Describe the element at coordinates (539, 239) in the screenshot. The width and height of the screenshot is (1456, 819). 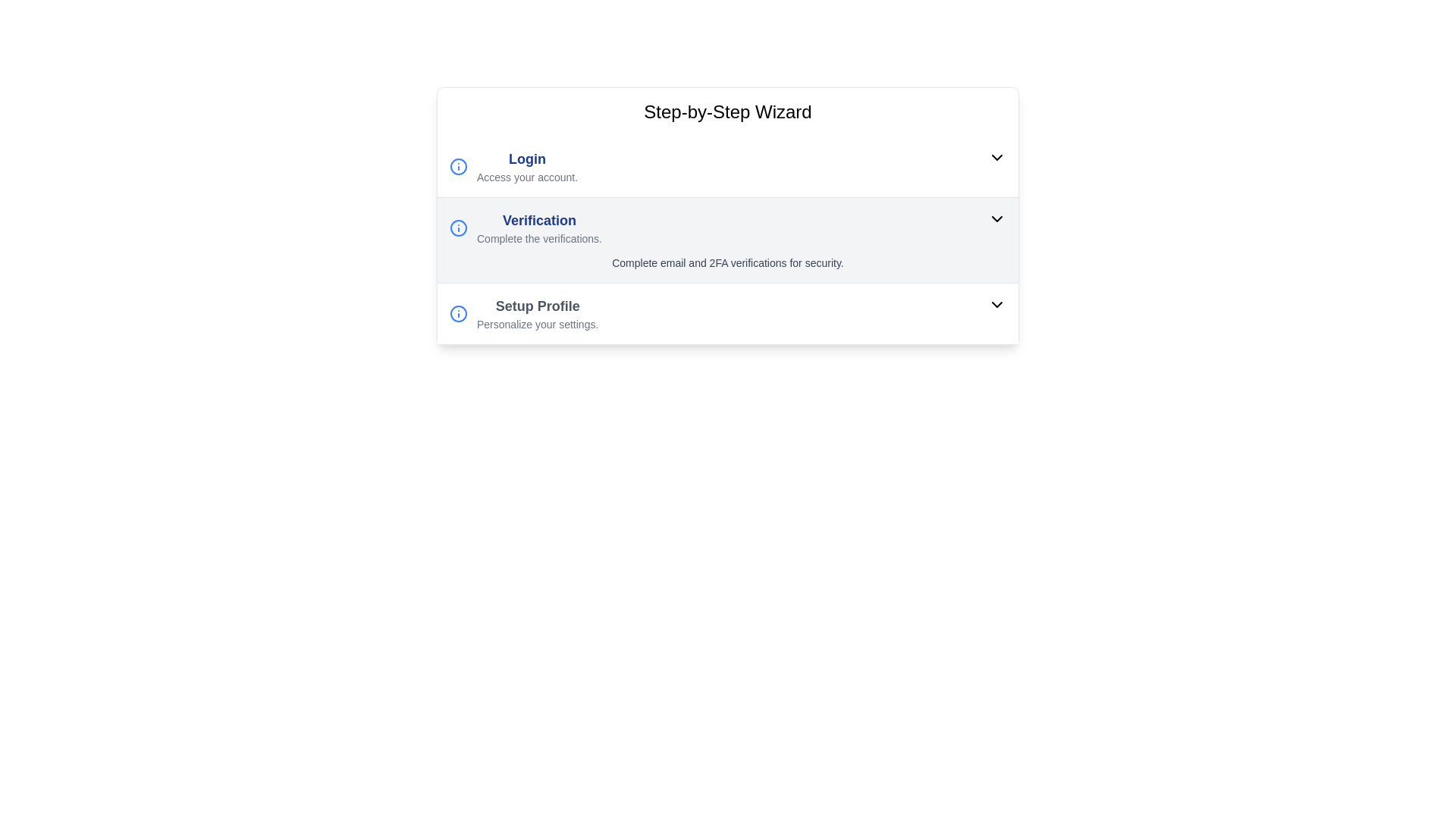
I see `the supplementary information text element that provides instructions for the 'Verification' step in the wizard interface, located directly beneath the 'Verification' heading` at that location.